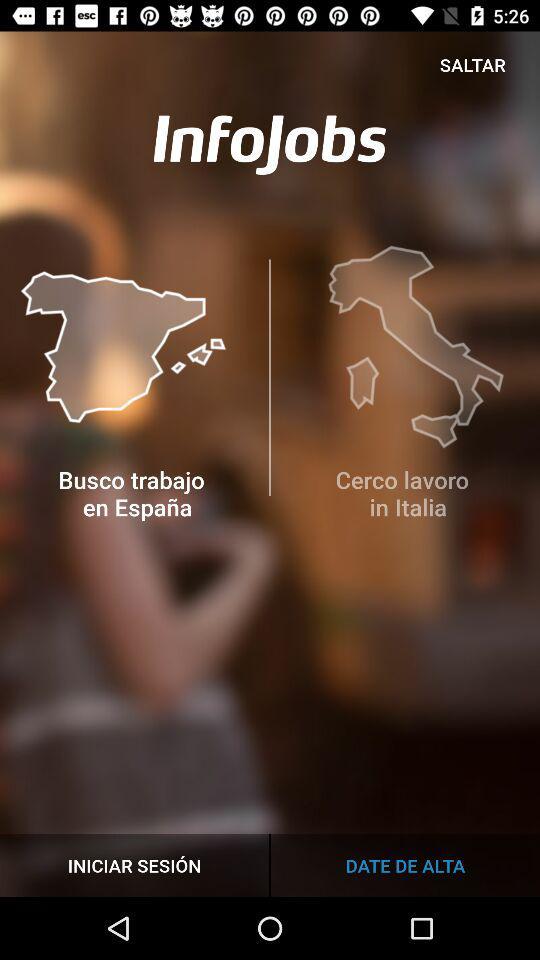 This screenshot has height=960, width=540. I want to click on date de alta at the bottom right corner, so click(405, 864).